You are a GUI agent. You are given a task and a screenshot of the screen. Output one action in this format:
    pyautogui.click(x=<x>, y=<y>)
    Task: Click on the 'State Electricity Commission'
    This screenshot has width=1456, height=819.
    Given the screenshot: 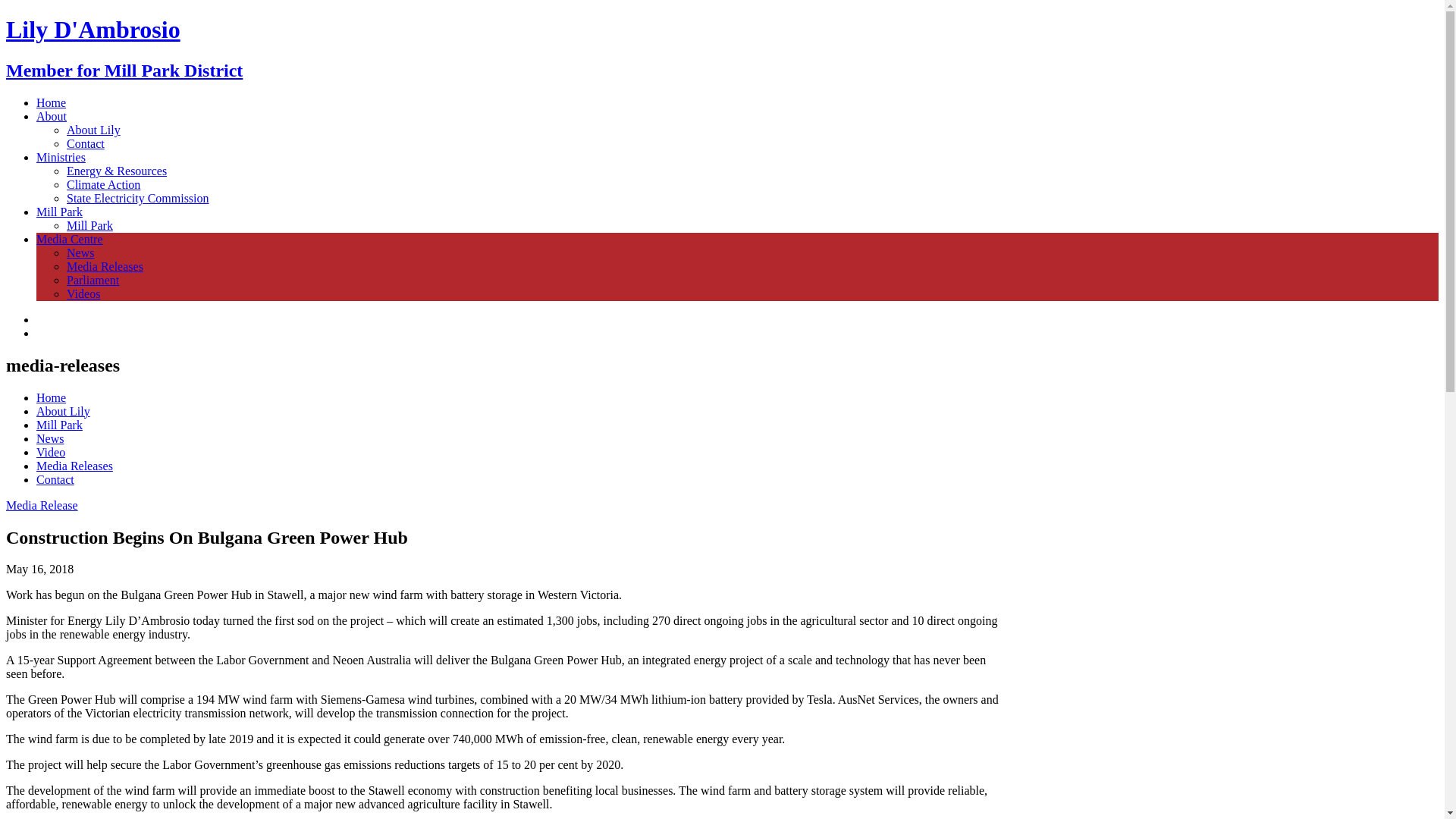 What is the action you would take?
    pyautogui.click(x=138, y=197)
    